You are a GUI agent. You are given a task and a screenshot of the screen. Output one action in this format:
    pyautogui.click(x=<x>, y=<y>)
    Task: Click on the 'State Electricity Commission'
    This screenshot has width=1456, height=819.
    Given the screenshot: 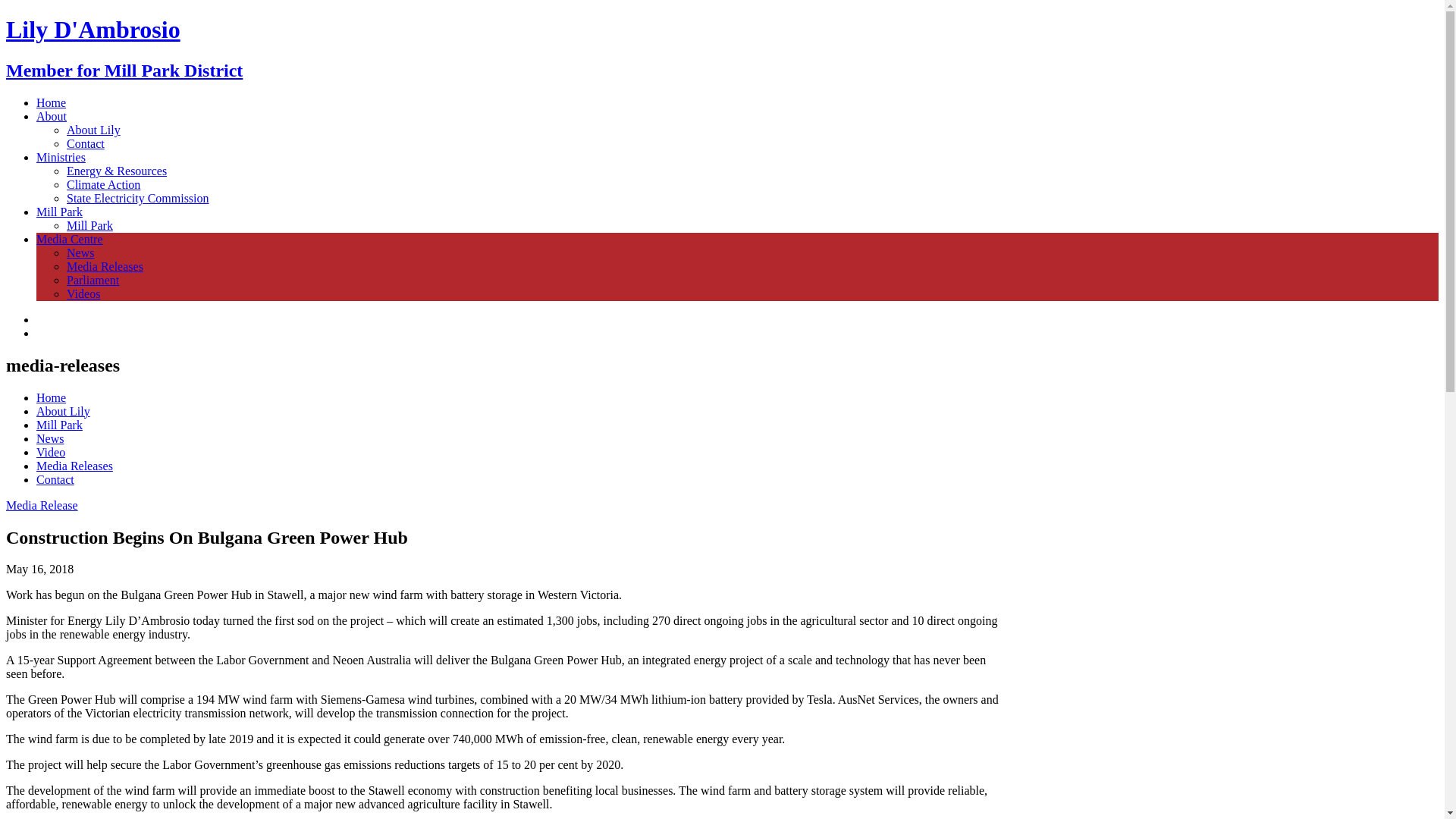 What is the action you would take?
    pyautogui.click(x=138, y=197)
    